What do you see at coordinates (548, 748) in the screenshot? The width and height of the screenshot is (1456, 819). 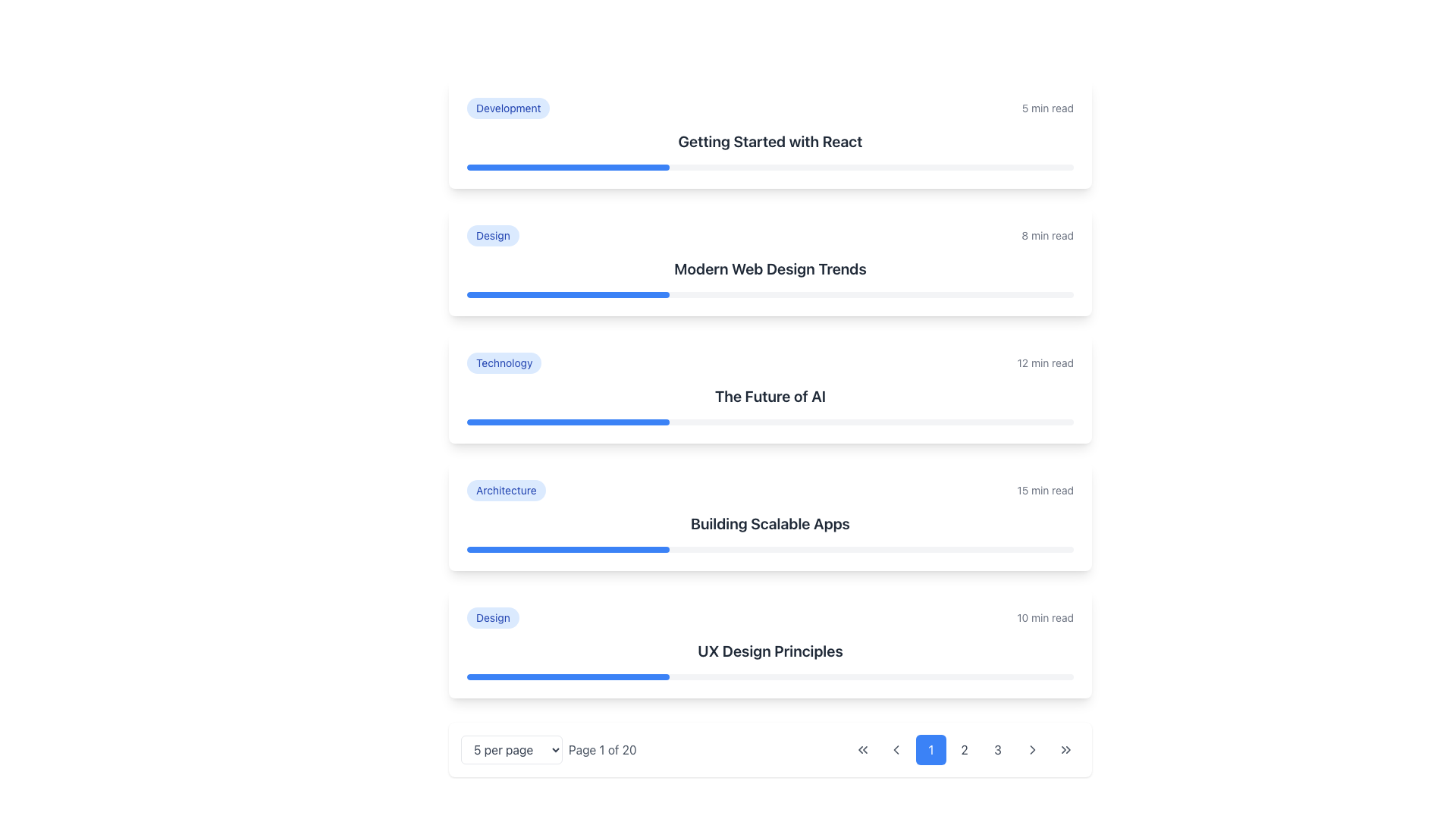 I see `the dropdown menu labeled '5 per page'` at bounding box center [548, 748].